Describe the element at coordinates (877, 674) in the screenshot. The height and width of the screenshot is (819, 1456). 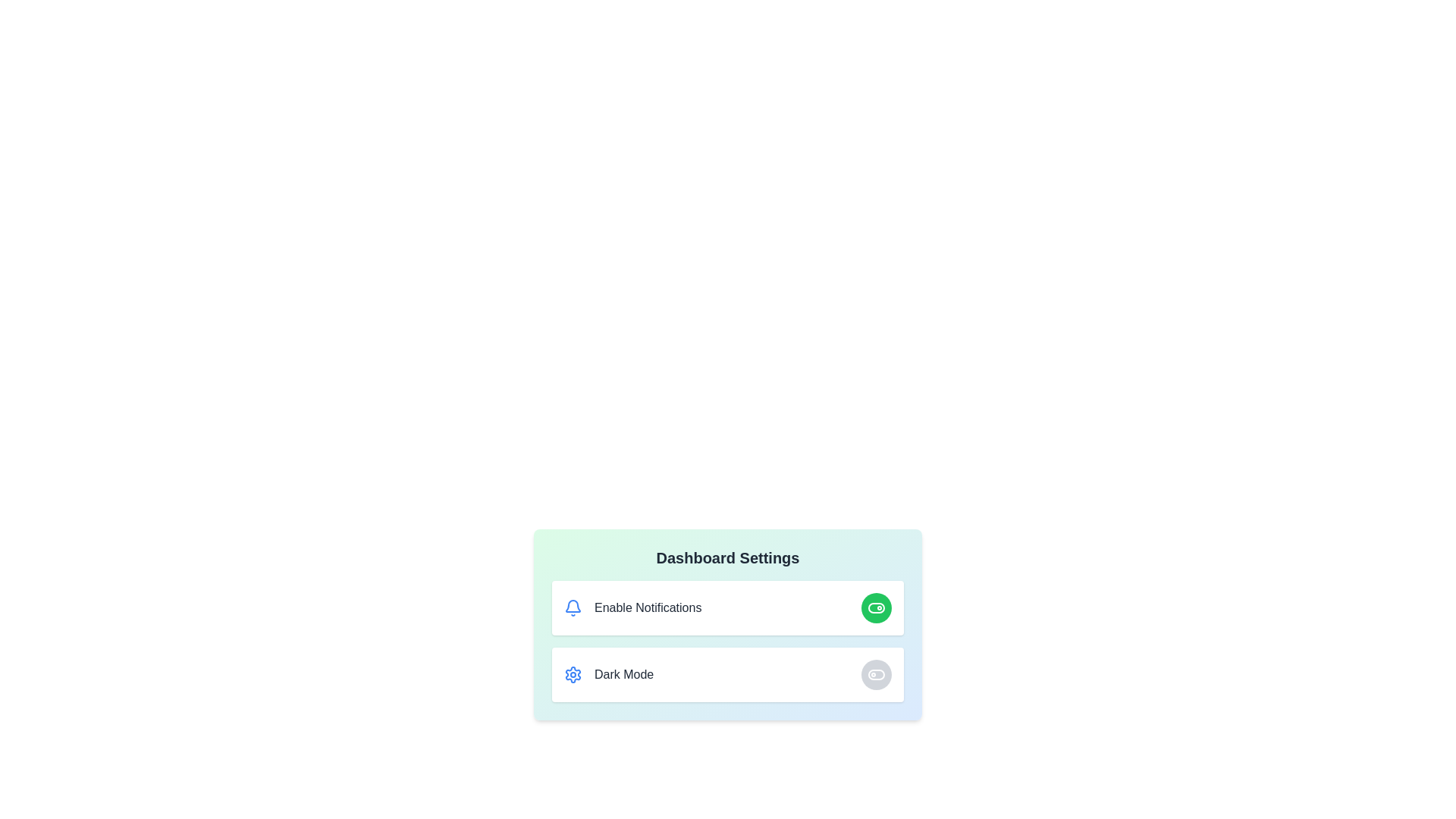
I see `the circular toggle icon in the settings interface to switch between dark and light modes, located to the right of the 'Dark Mode' label` at that location.